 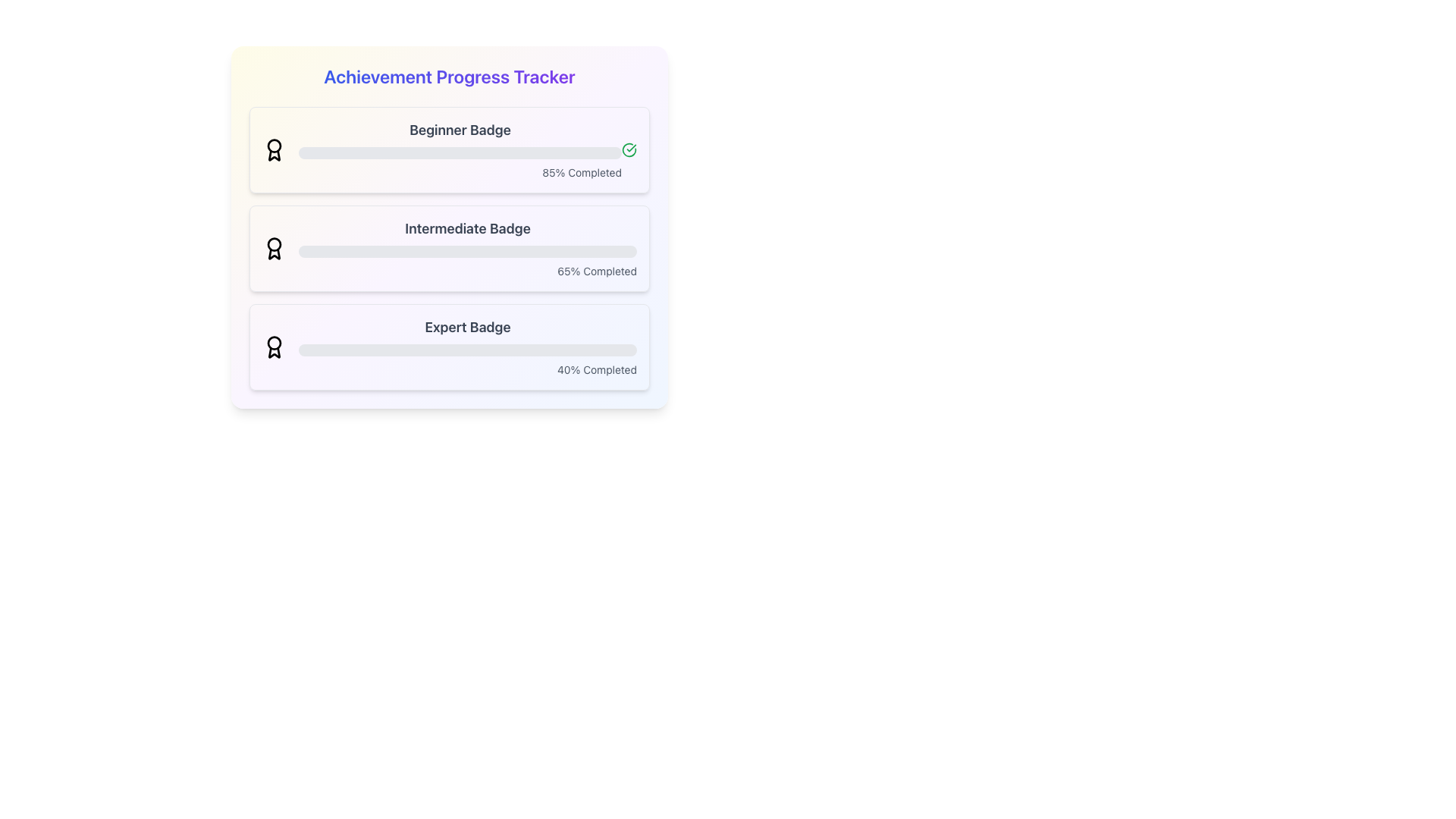 What do you see at coordinates (629, 149) in the screenshot?
I see `the circular icon with a green outline and checkmark inside, located in the top-right corner of the 'Beginner Badge' card` at bounding box center [629, 149].